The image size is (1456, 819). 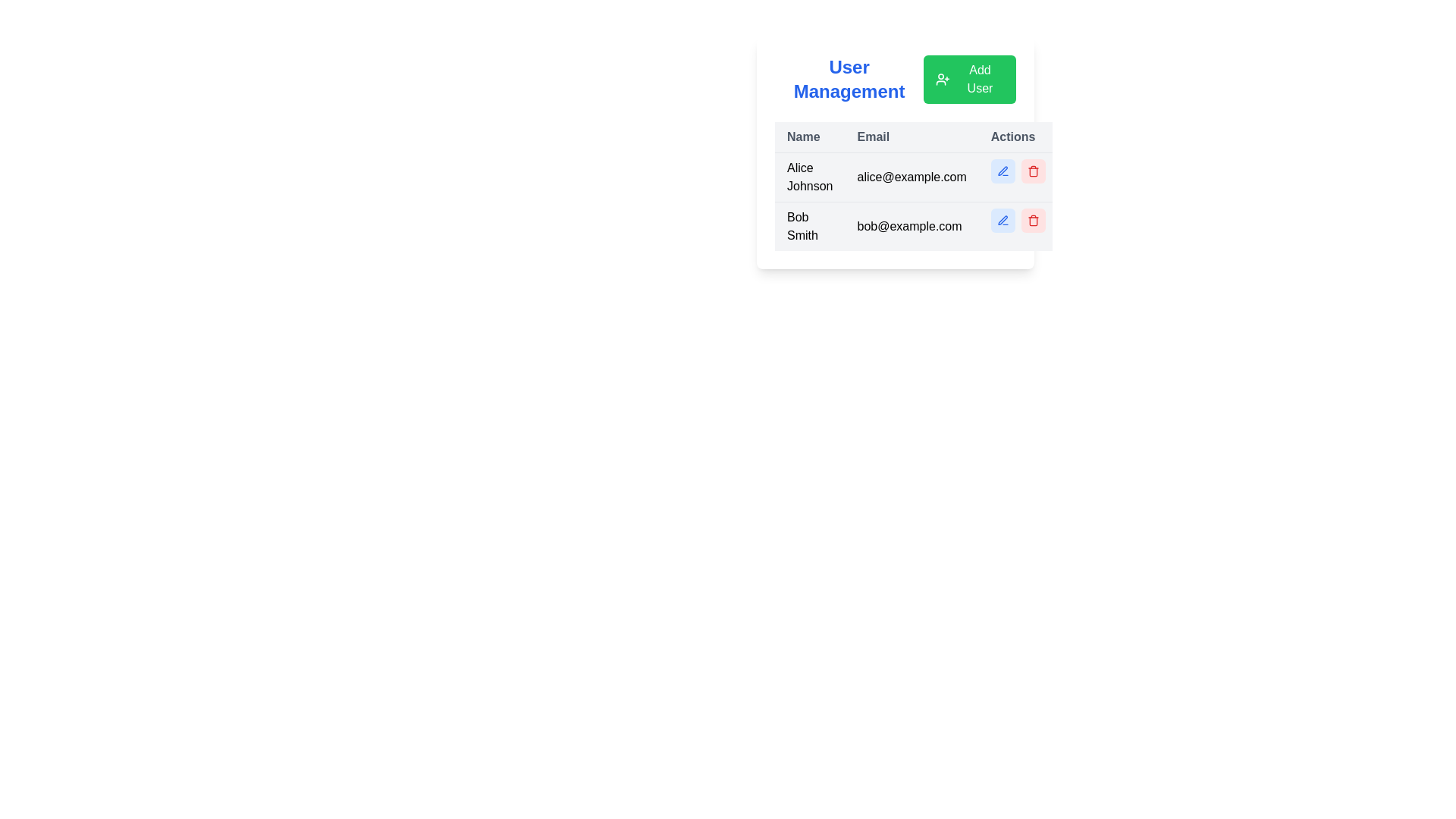 What do you see at coordinates (849, 79) in the screenshot?
I see `the header text element that provides contextual information about User Management functionality, located to the left of the 'Add User' button` at bounding box center [849, 79].